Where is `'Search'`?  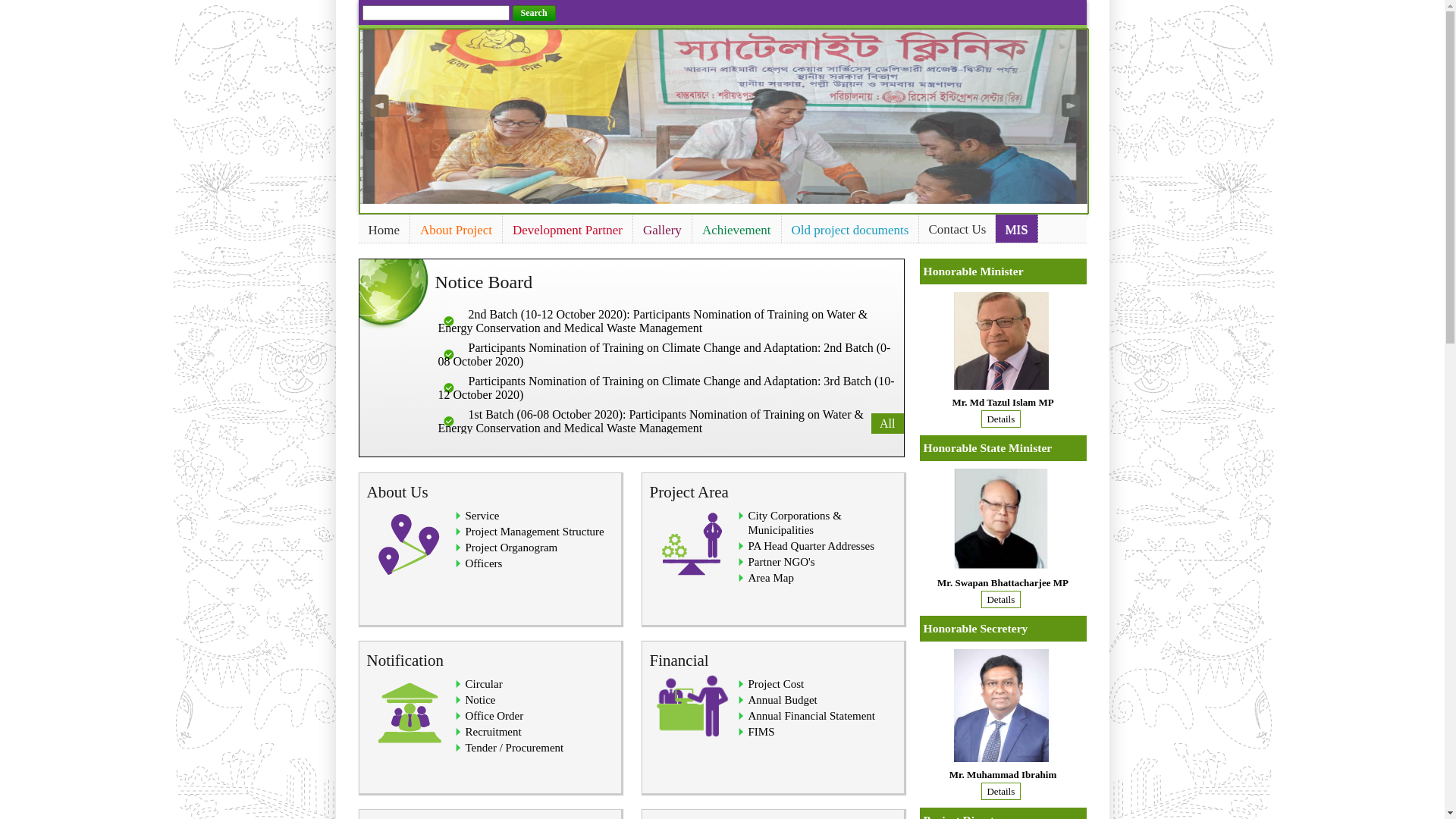 'Search' is located at coordinates (534, 13).